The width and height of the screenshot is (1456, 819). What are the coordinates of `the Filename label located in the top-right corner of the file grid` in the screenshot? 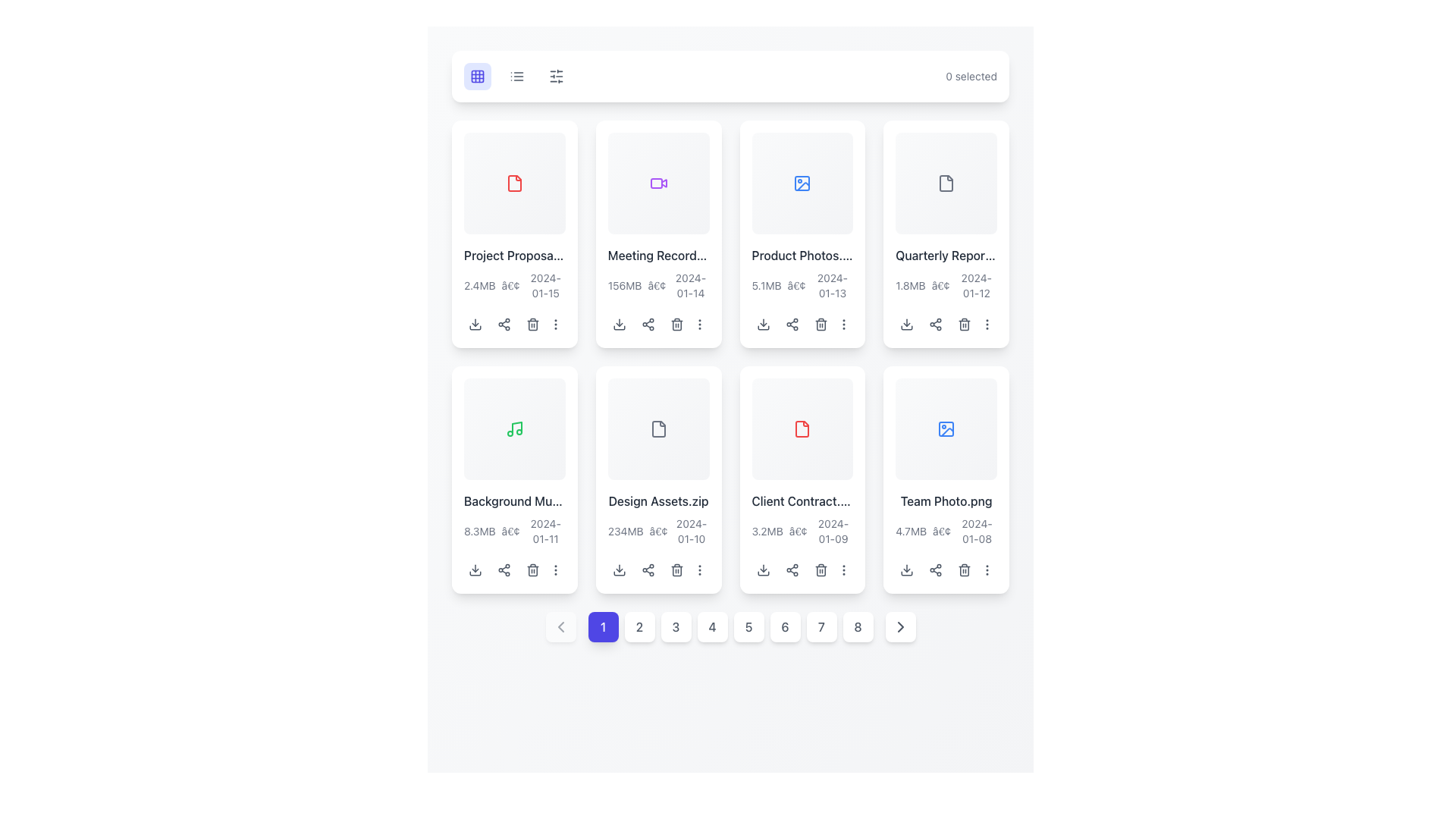 It's located at (946, 254).